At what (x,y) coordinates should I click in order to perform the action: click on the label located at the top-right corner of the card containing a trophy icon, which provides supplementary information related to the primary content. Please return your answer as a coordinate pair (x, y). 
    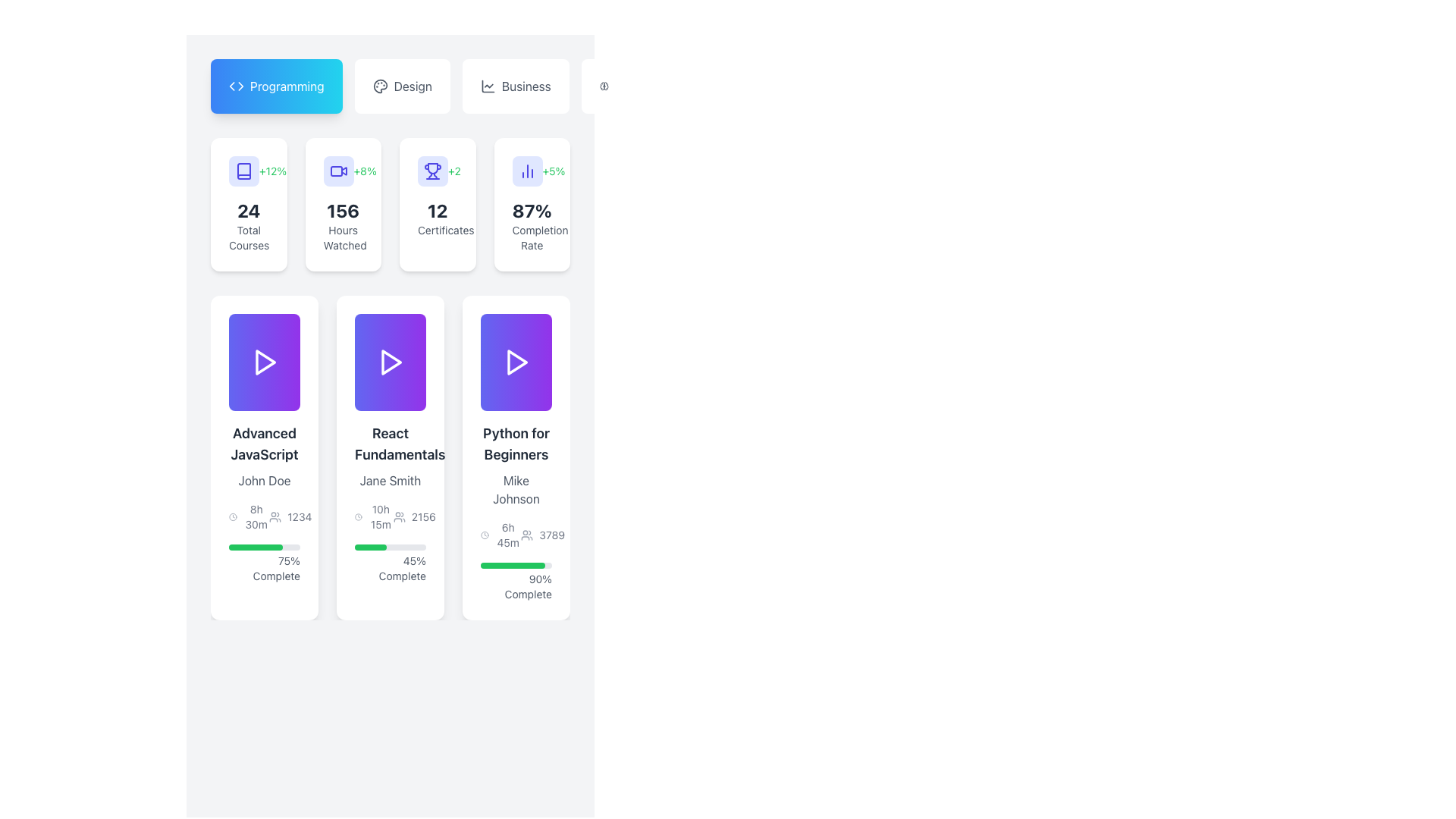
    Looking at the image, I should click on (453, 171).